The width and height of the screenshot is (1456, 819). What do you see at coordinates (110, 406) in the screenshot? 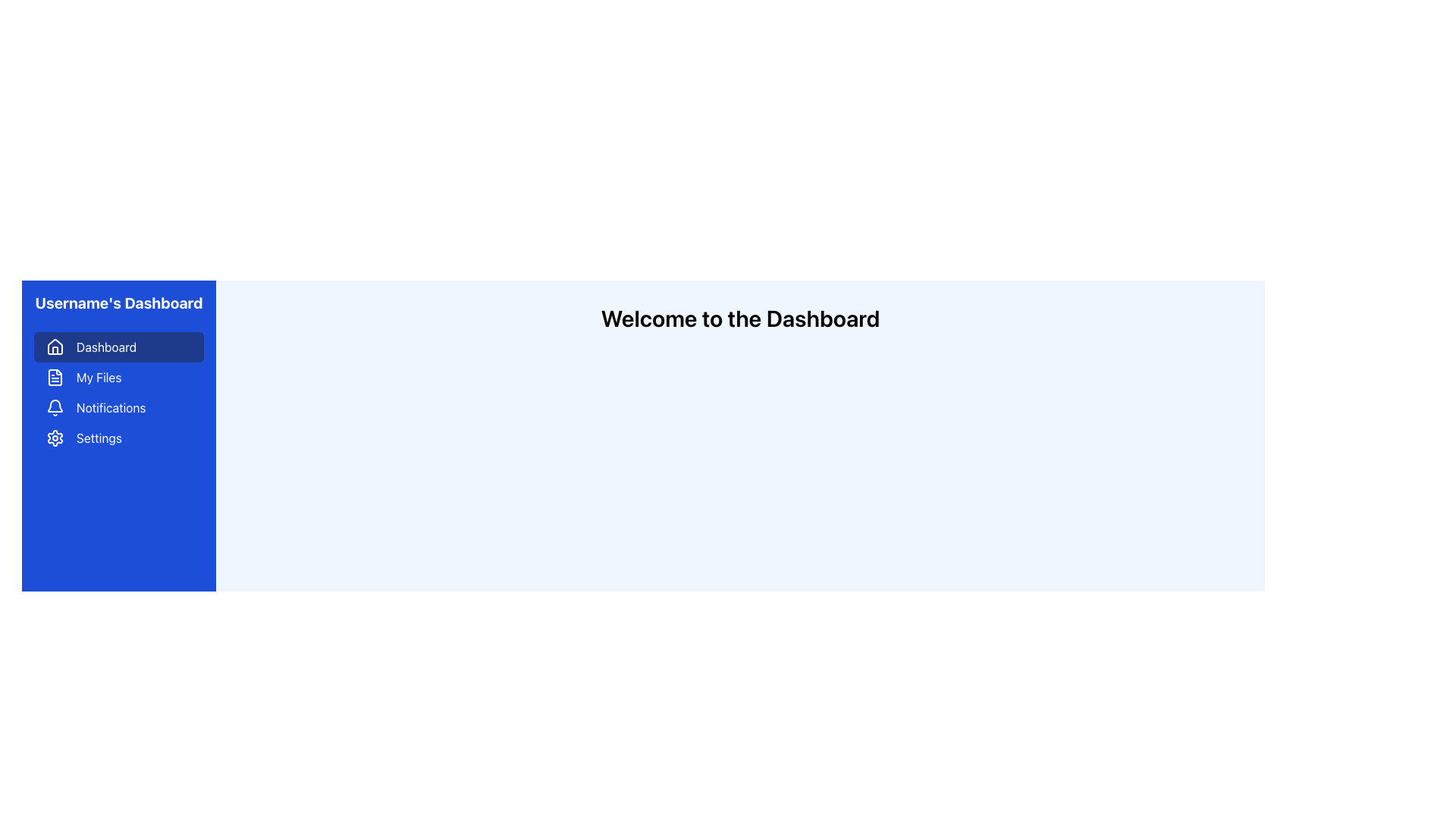
I see `'Notifications' text label located in the vertical menu on the left-hand side of the dashboard interface, which is part of a clickable menu item` at bounding box center [110, 406].